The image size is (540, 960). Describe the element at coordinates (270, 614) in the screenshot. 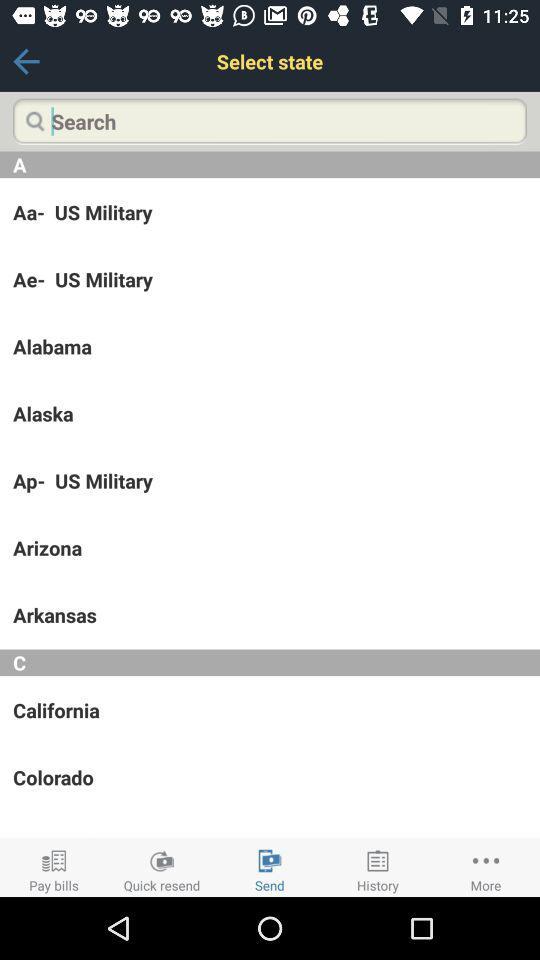

I see `icon above c icon` at that location.